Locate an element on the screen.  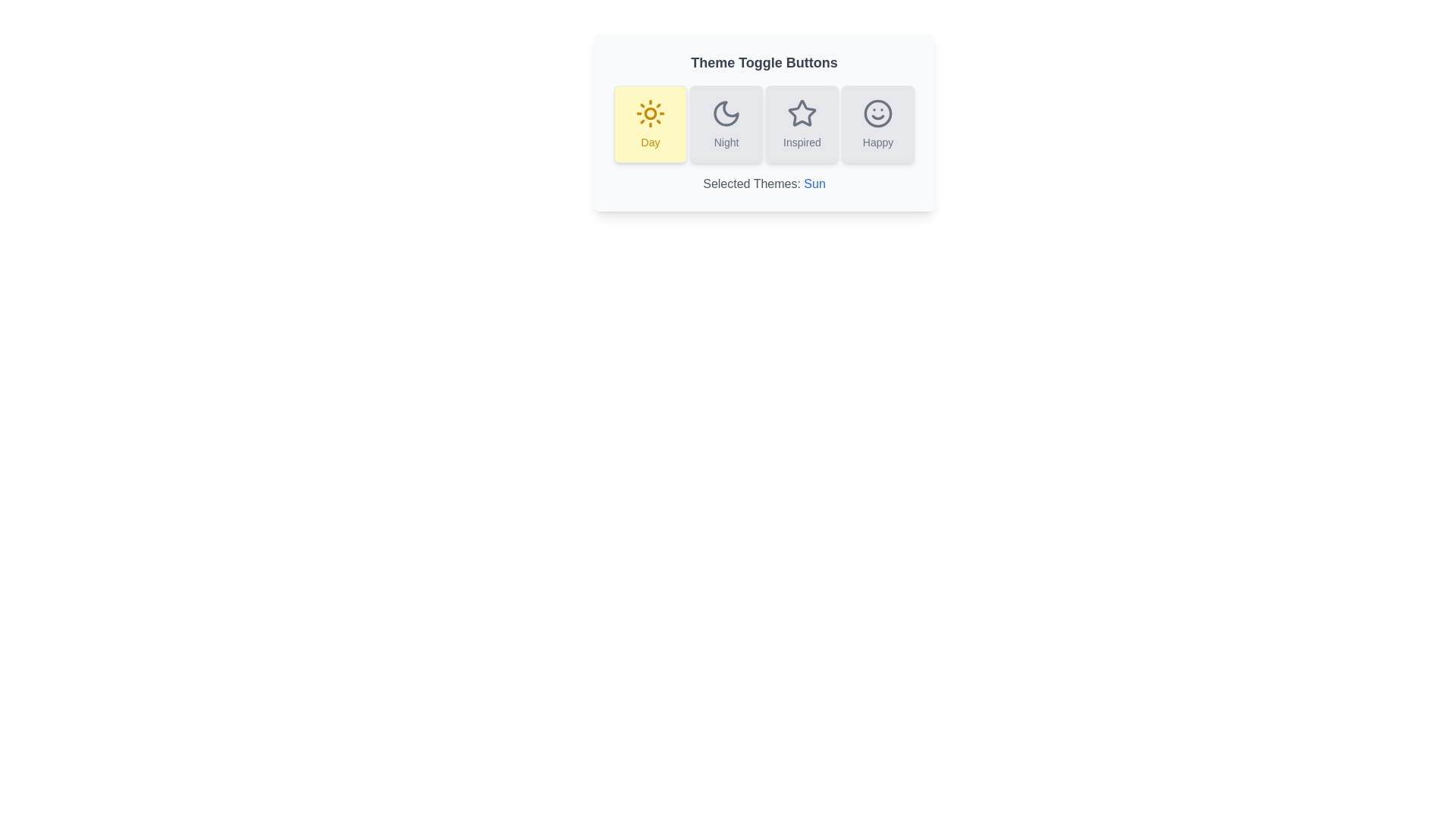
the 'Inspired' button, which is the third button in a group of four, to potentially reveal a tooltip or visual feedback is located at coordinates (801, 124).